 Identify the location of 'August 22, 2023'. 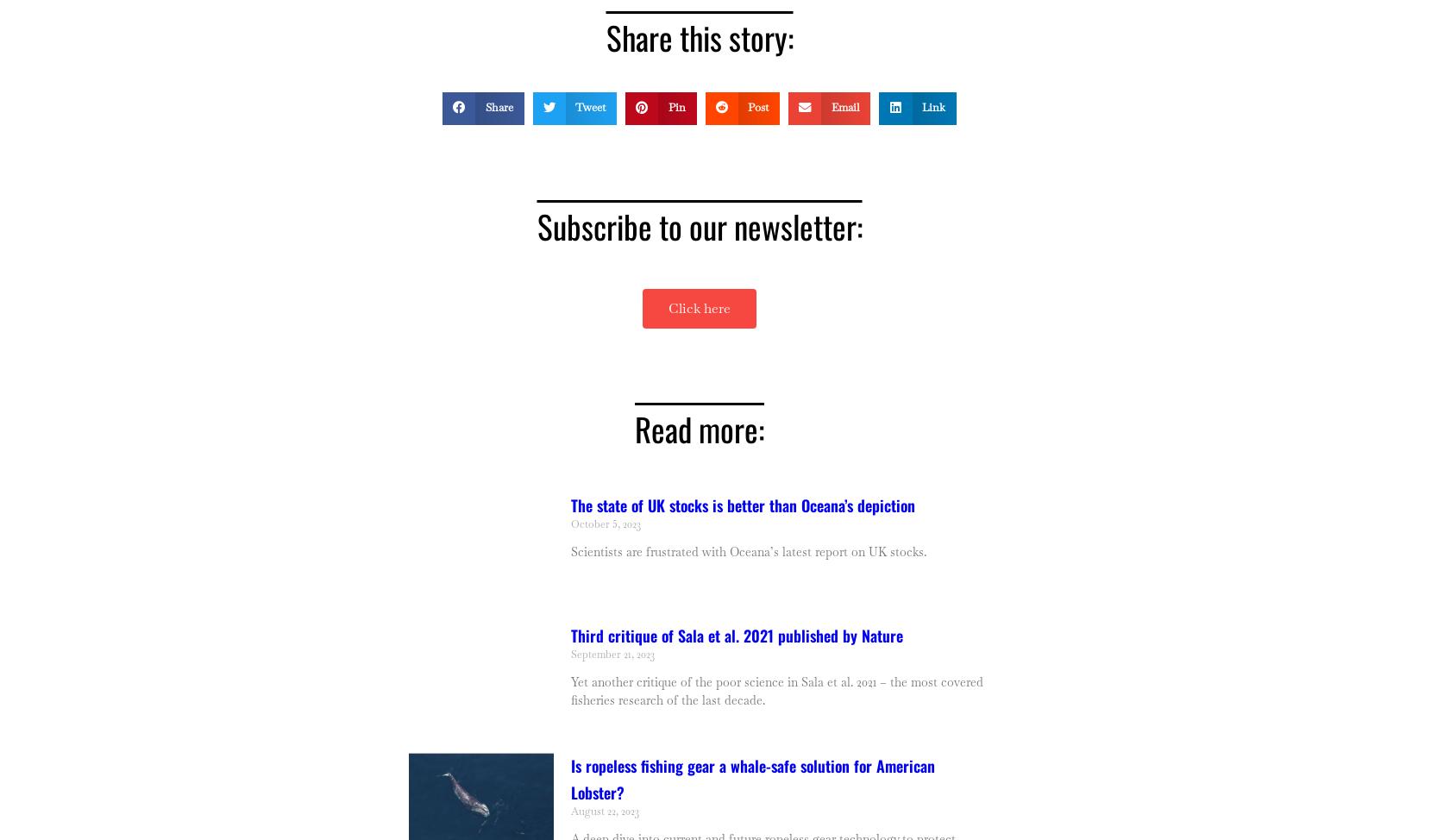
(604, 810).